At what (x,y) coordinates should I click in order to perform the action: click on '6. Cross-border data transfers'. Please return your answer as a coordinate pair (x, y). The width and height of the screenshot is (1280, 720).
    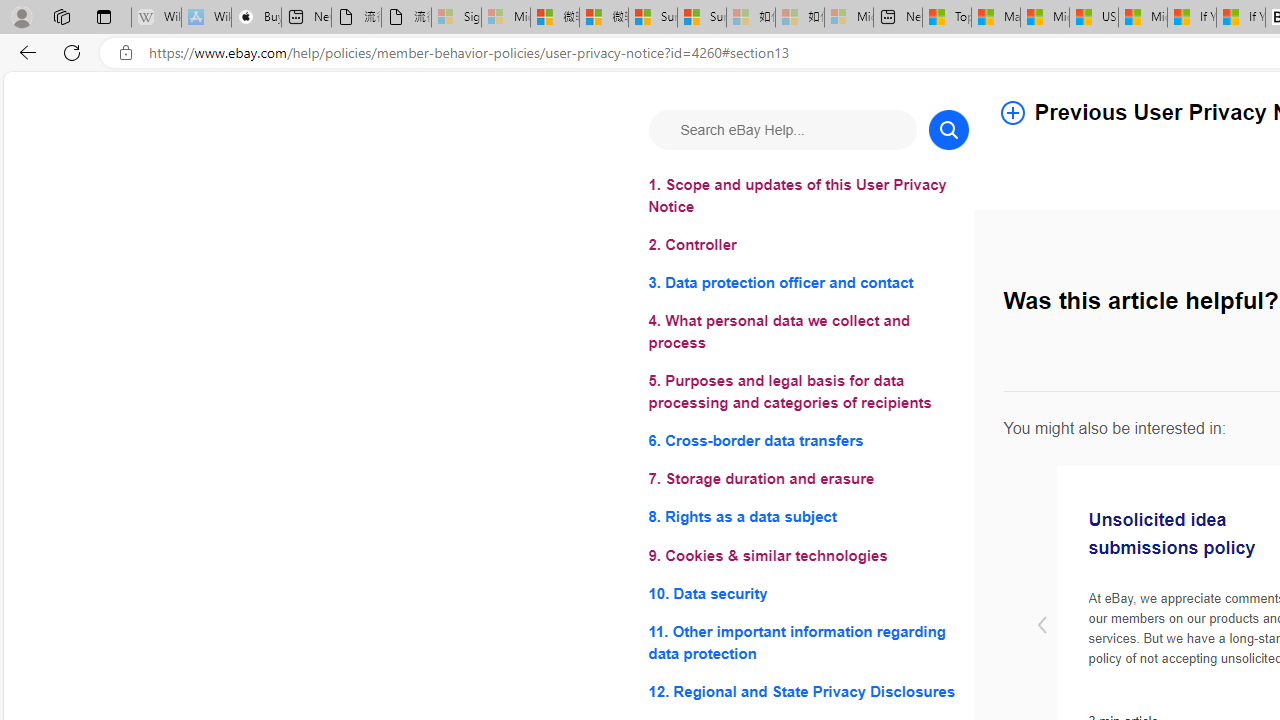
    Looking at the image, I should click on (808, 440).